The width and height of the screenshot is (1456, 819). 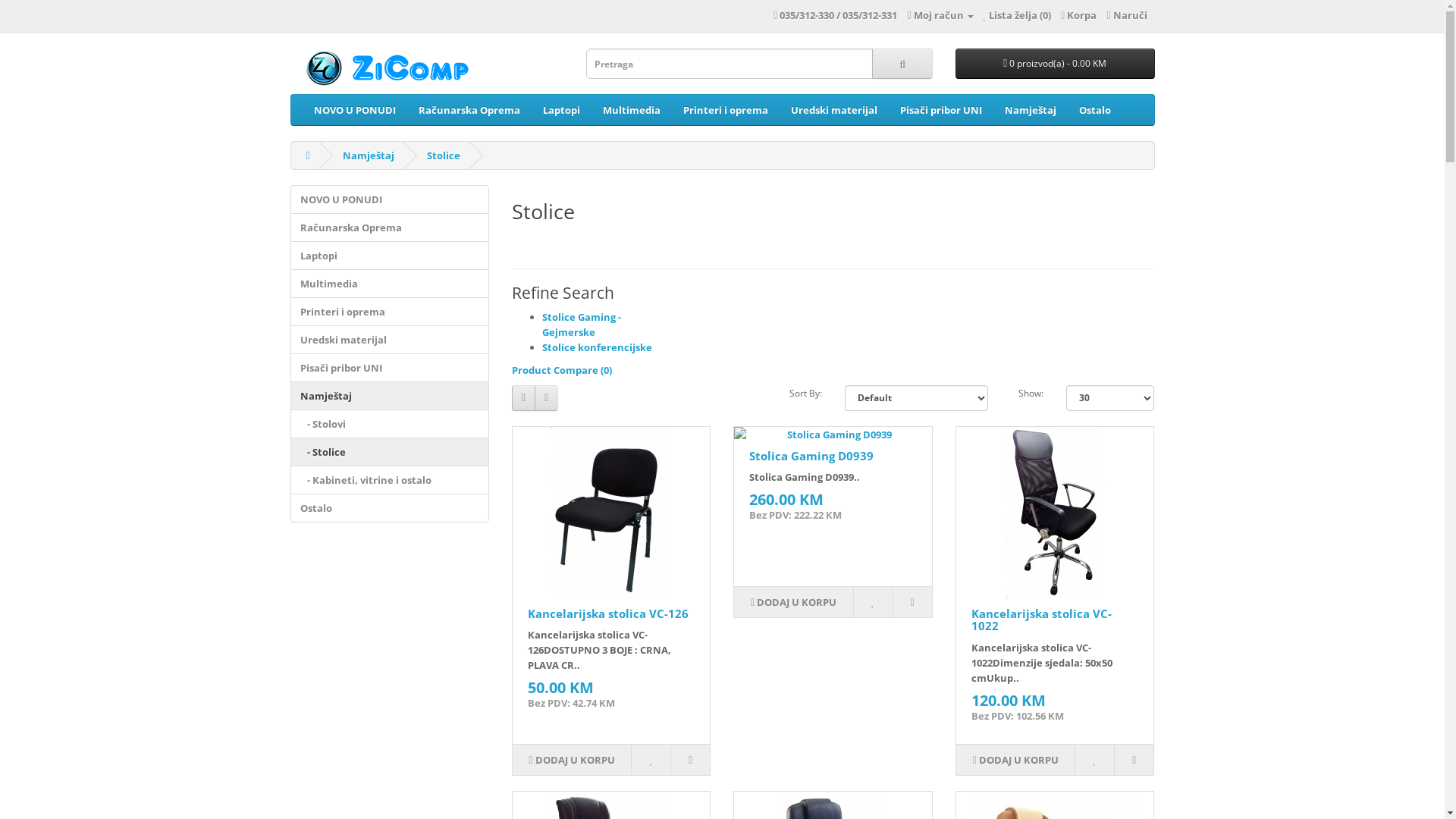 What do you see at coordinates (389, 254) in the screenshot?
I see `'Laptopi'` at bounding box center [389, 254].